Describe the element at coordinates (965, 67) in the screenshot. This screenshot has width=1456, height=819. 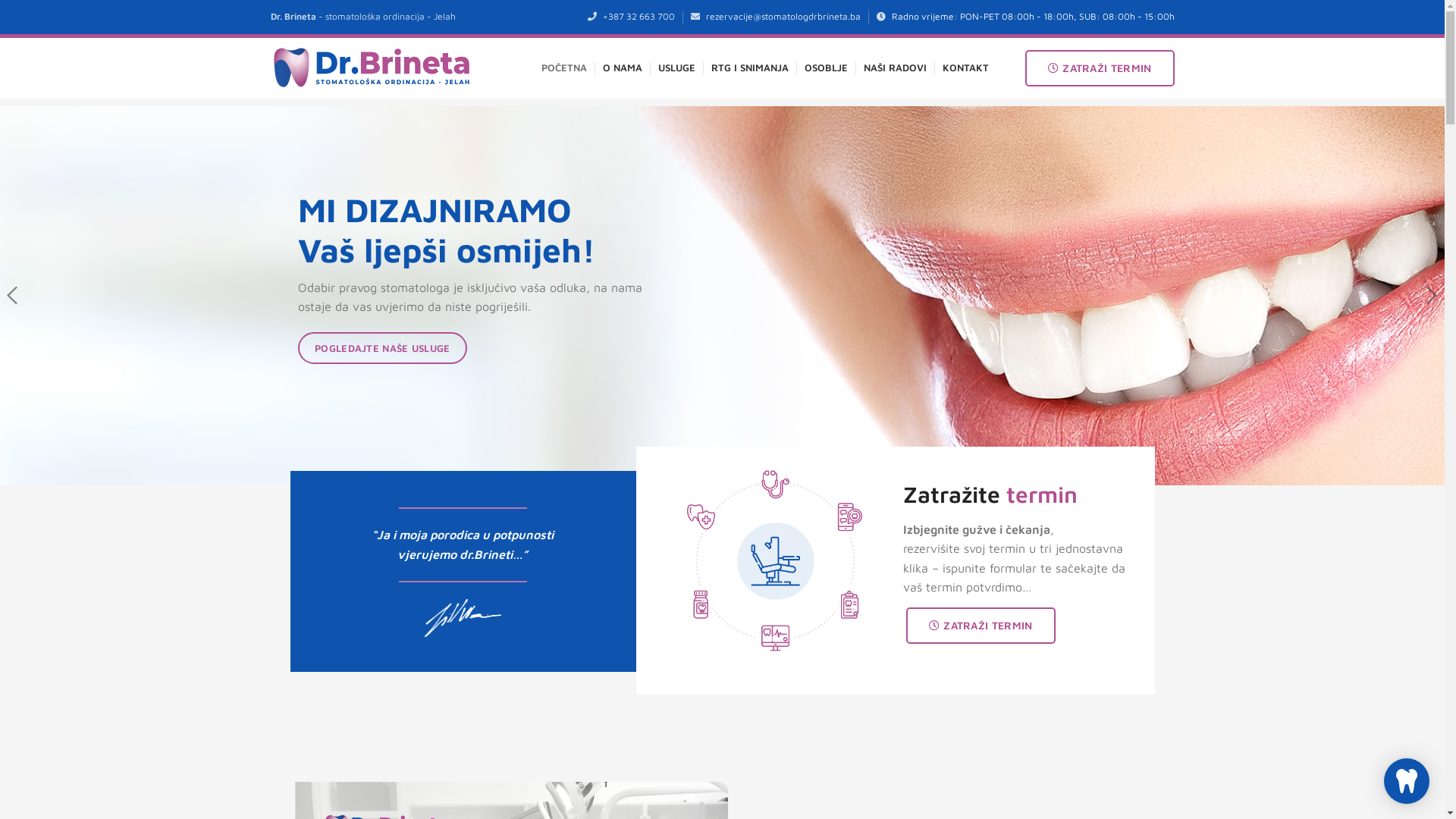
I see `'KONTAKT'` at that location.